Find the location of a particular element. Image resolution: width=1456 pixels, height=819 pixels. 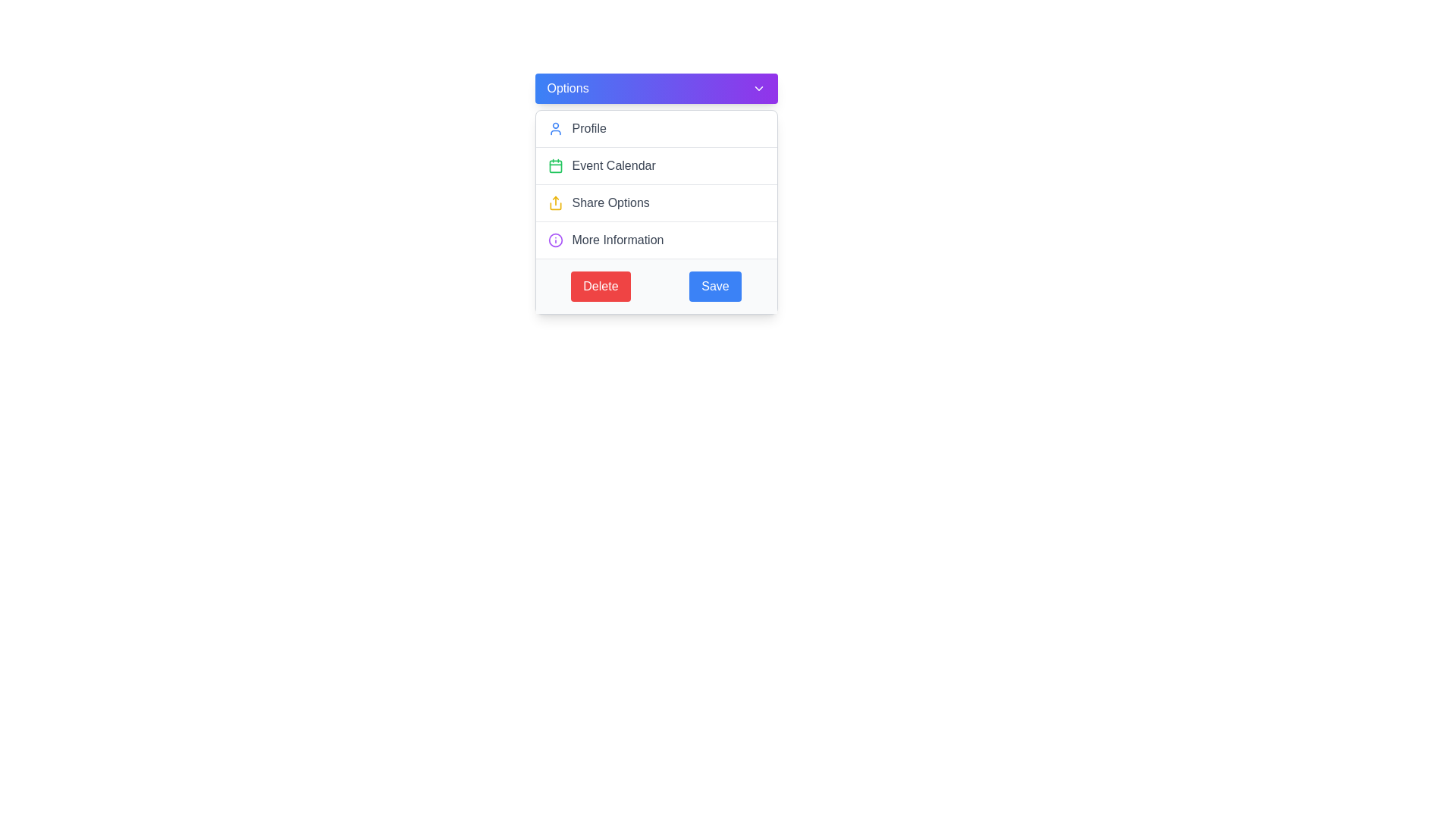

the 'Share Options' text label, which is styled with gray font on a white background and positioned in a dropdown menu between 'Event Calendar' and 'More Information' is located at coordinates (610, 202).